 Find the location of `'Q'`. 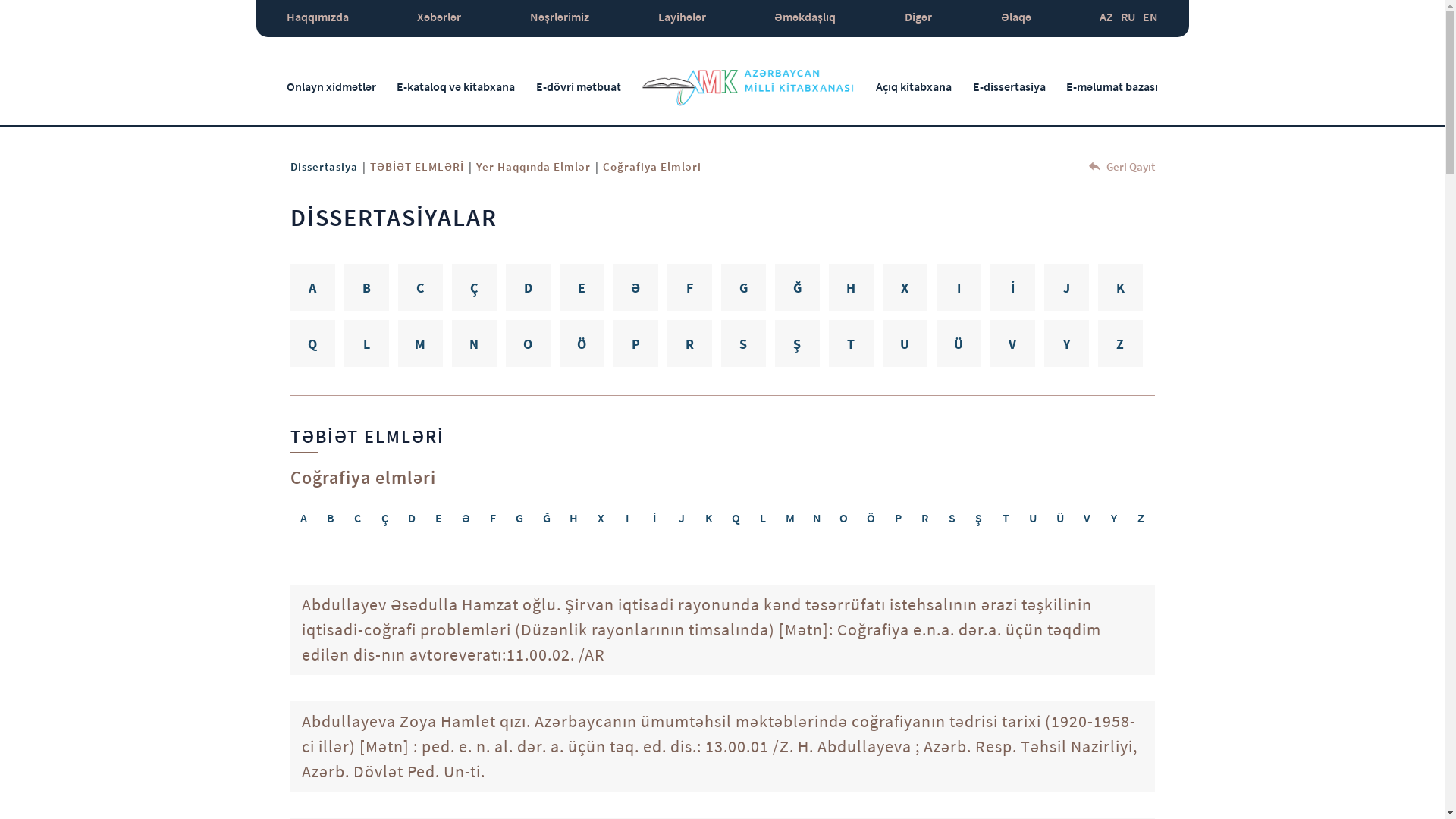

'Q' is located at coordinates (311, 343).